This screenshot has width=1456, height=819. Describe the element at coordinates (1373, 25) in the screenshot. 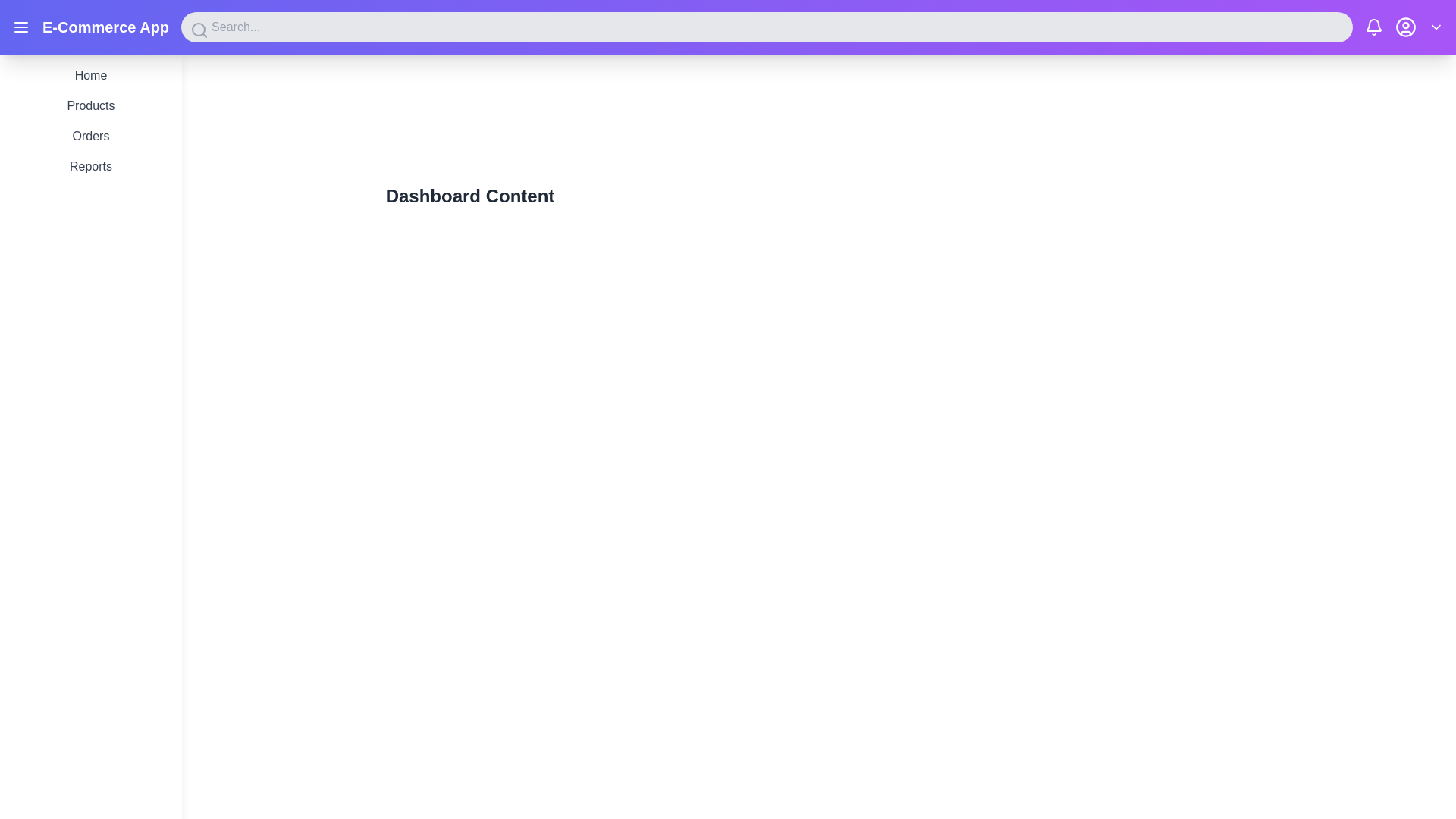

I see `the notification indicator icon located in the top-right corner of the interface, which is part of an SVG icon group representing a notification bell` at that location.